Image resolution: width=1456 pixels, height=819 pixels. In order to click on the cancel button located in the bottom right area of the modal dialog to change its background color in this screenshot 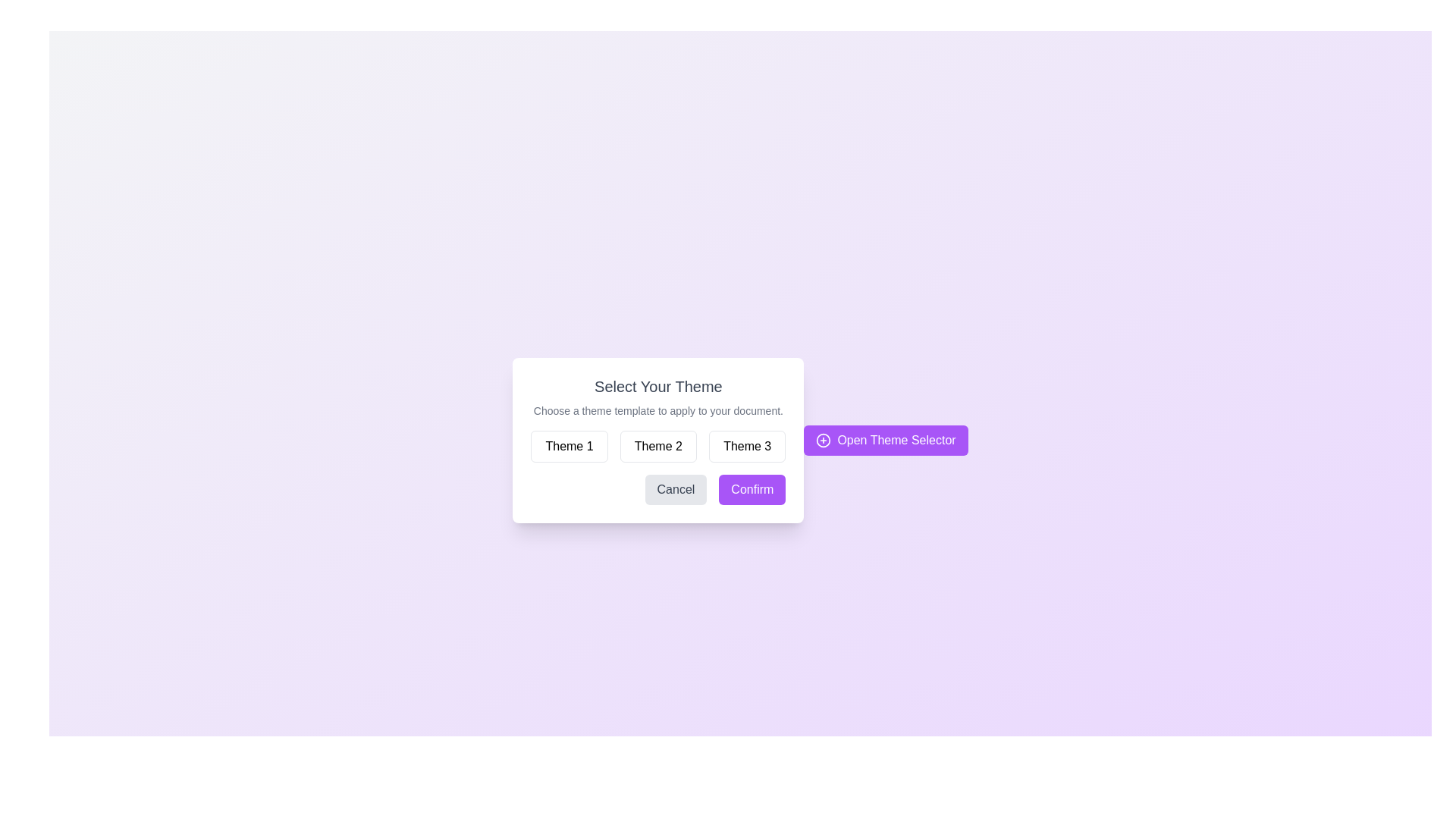, I will do `click(675, 489)`.